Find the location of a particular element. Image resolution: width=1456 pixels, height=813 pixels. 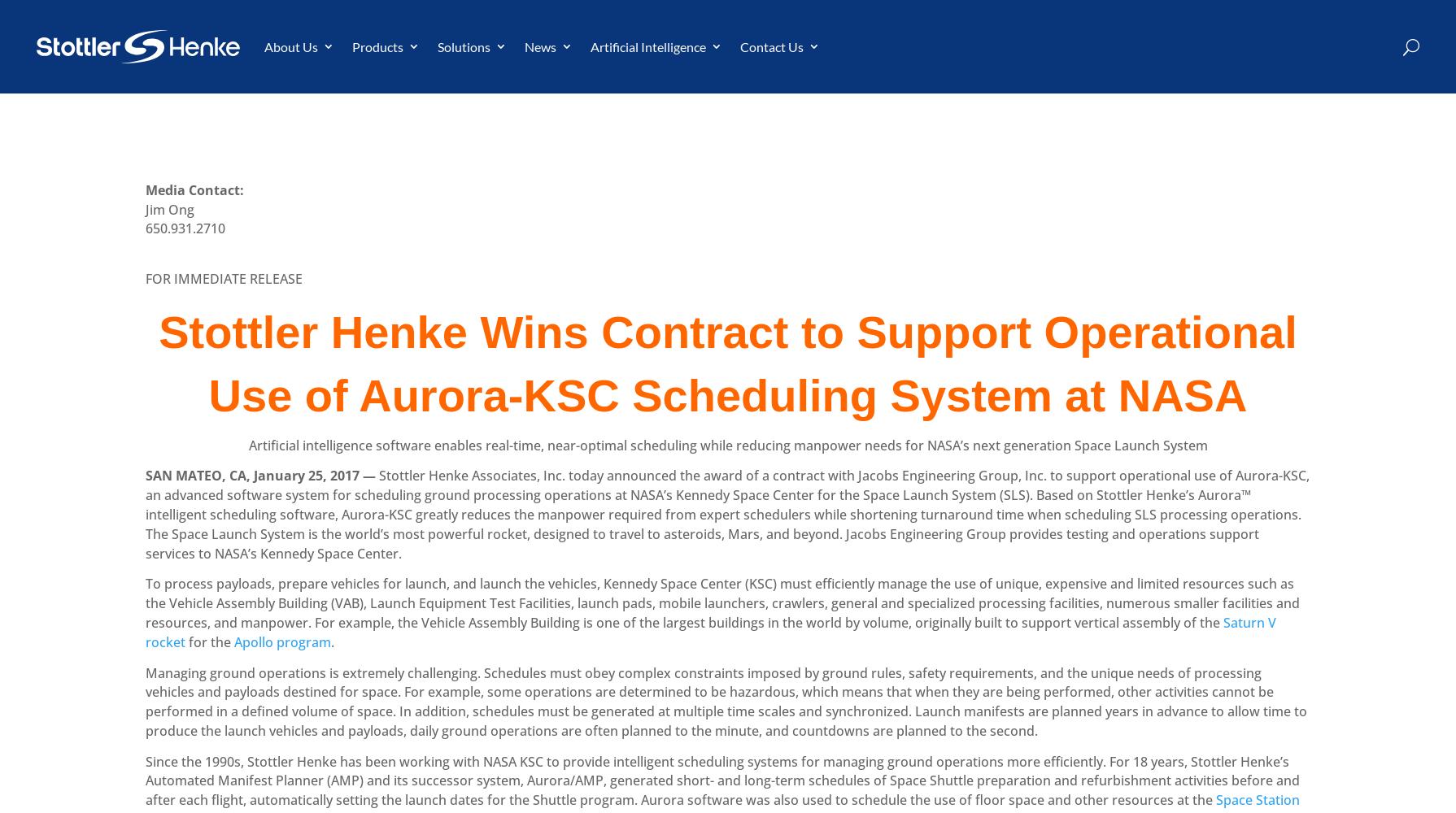

'Apollo program' is located at coordinates (282, 641).